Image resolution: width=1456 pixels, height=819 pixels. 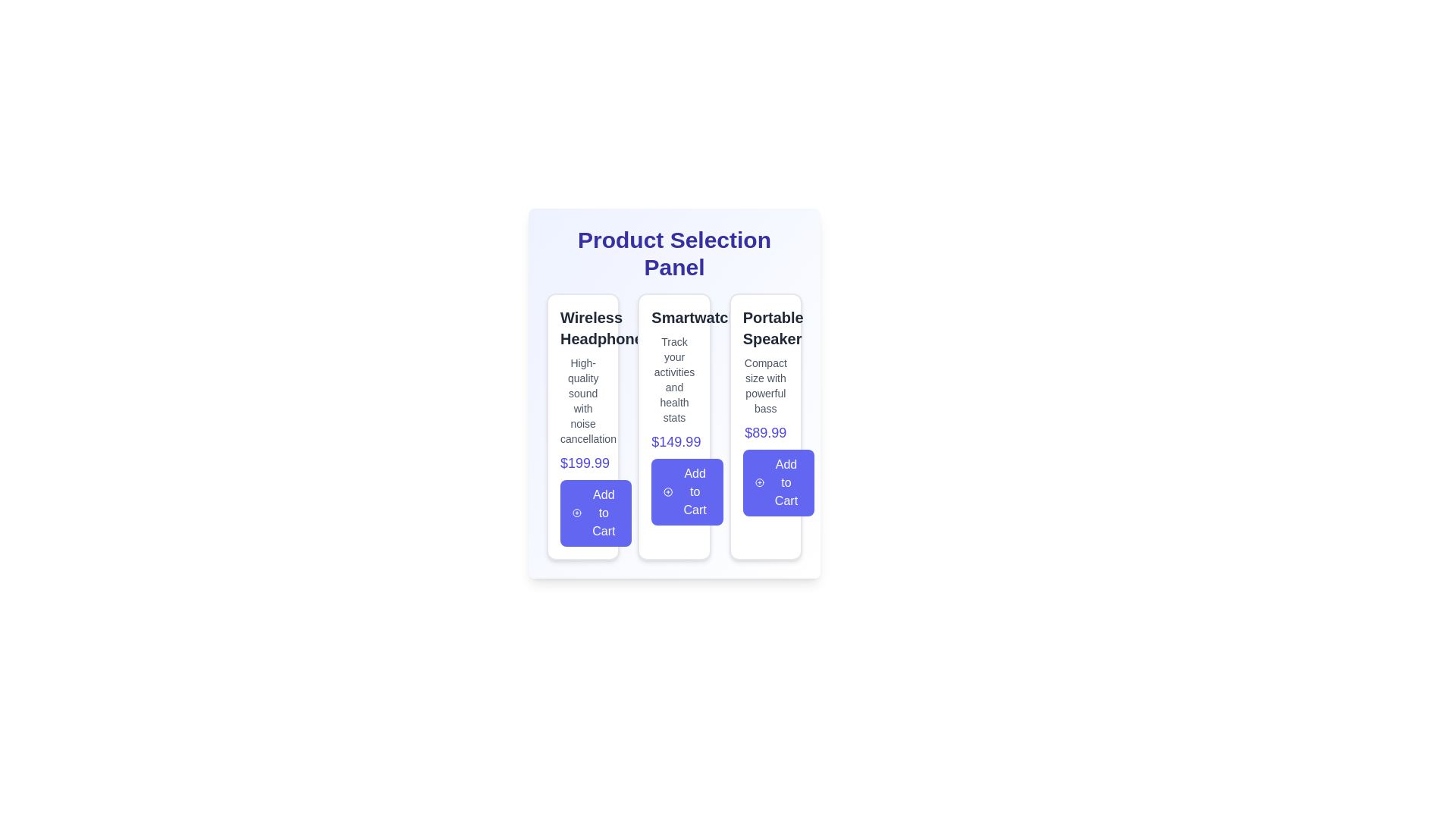 What do you see at coordinates (582, 400) in the screenshot?
I see `the static text label providing information about Wireless Headphones, located under the title and above the price` at bounding box center [582, 400].